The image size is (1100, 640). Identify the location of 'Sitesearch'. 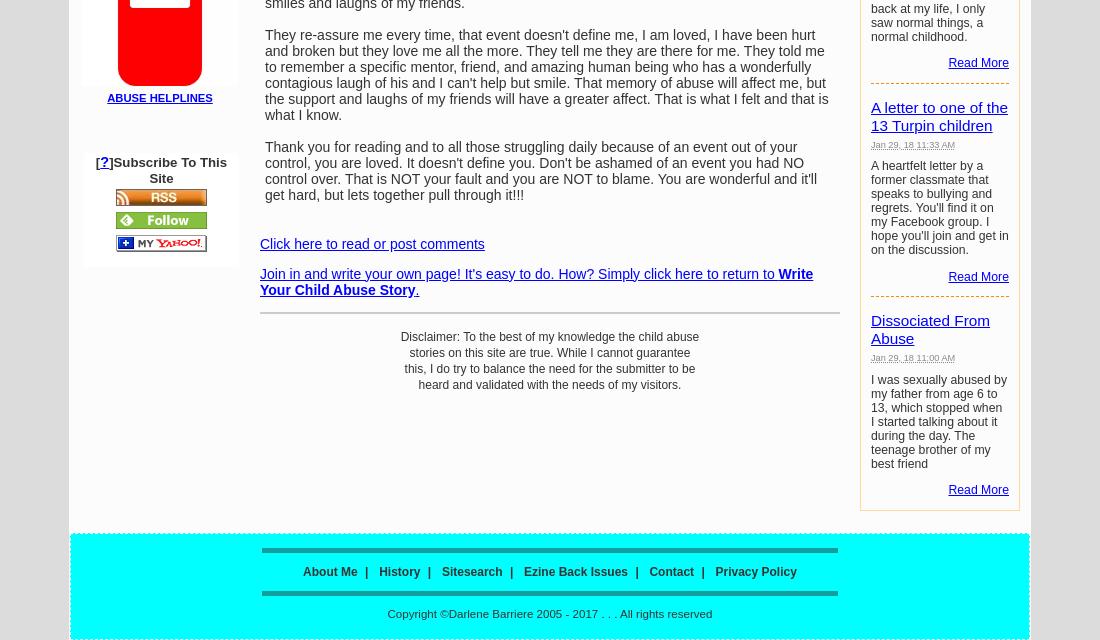
(470, 571).